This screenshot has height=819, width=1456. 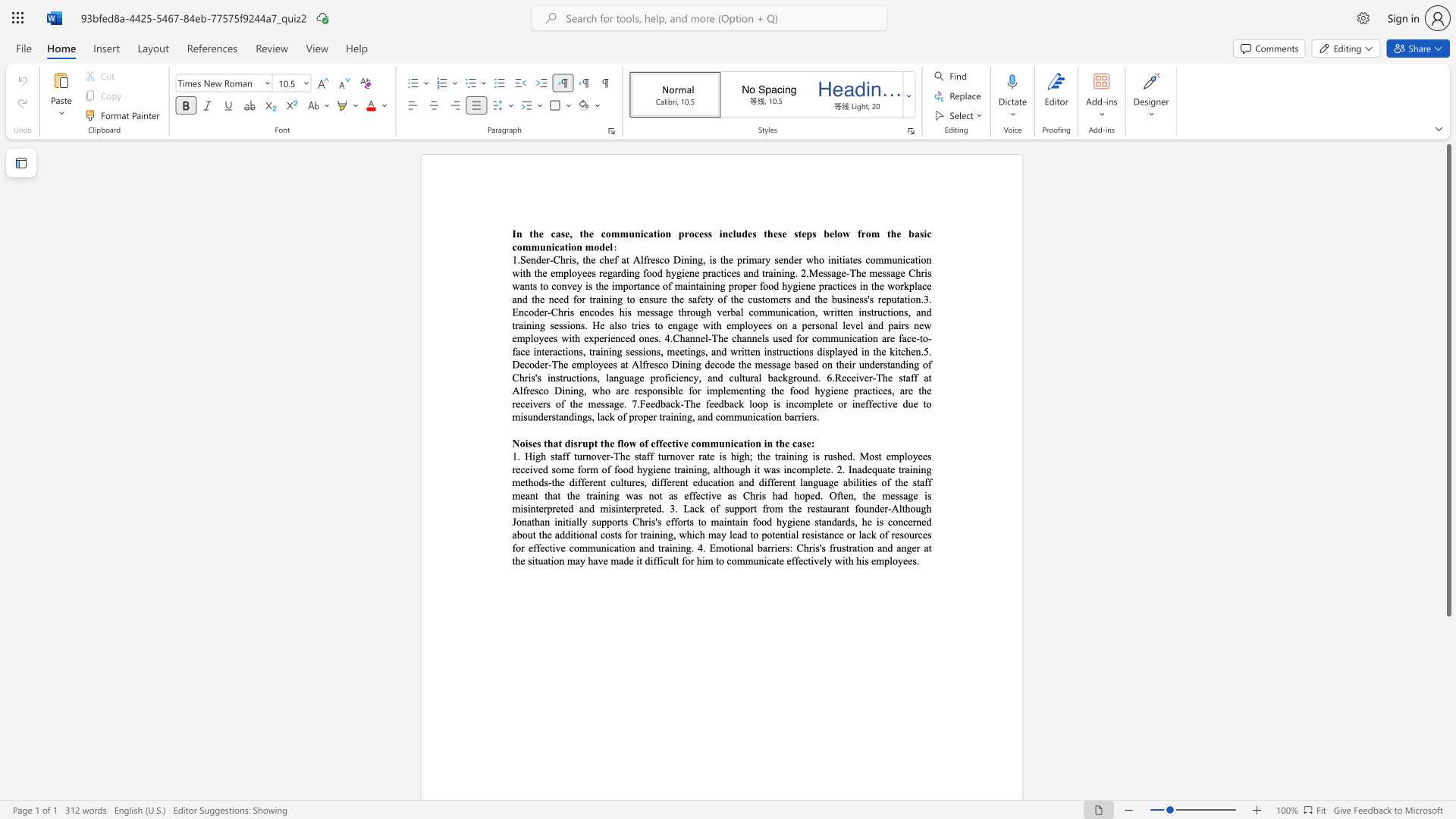 I want to click on the 11th character "e" in the text, so click(x=607, y=246).